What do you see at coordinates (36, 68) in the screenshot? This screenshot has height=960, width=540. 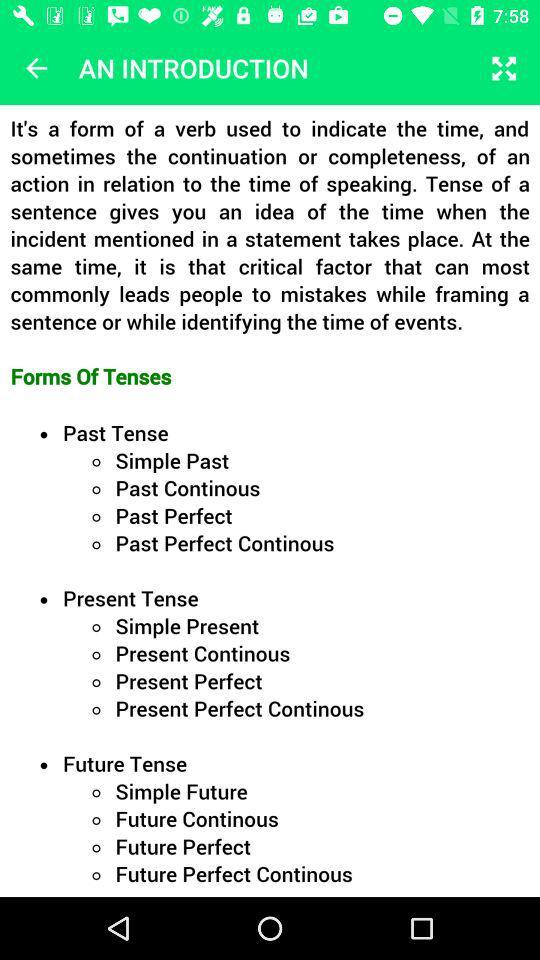 I see `go back` at bounding box center [36, 68].